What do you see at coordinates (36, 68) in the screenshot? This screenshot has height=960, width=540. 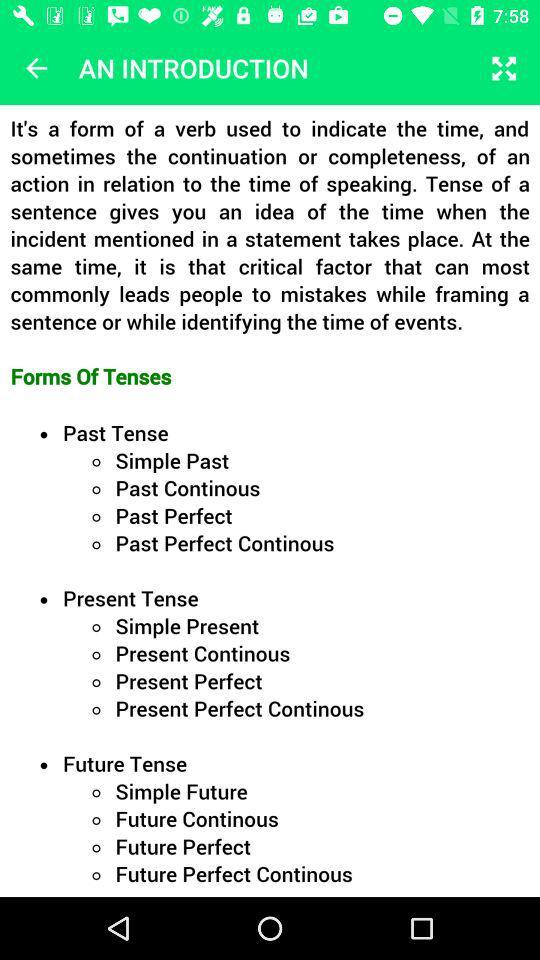 I see `go back` at bounding box center [36, 68].